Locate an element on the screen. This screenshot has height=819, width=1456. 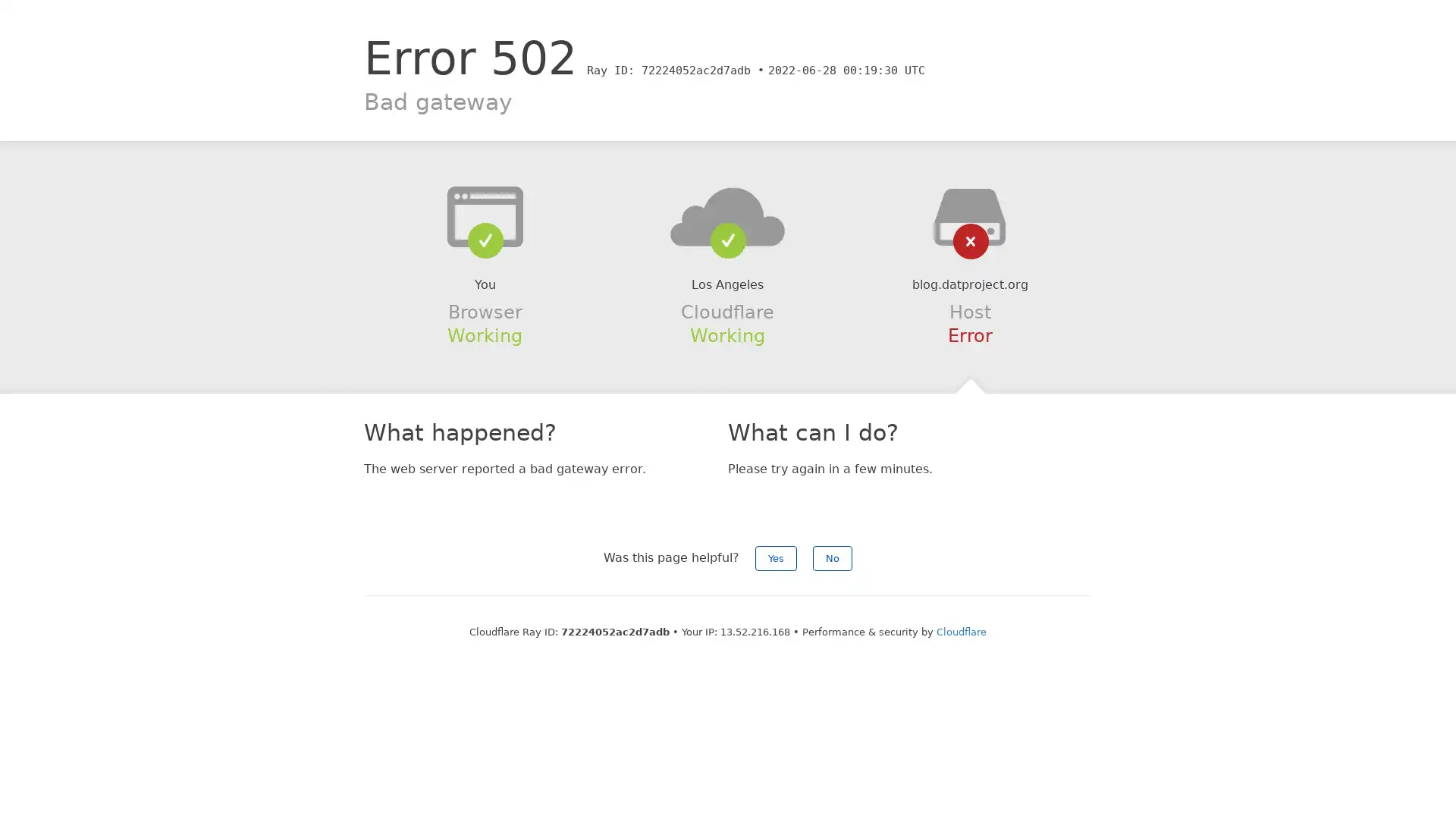
No is located at coordinates (832, 558).